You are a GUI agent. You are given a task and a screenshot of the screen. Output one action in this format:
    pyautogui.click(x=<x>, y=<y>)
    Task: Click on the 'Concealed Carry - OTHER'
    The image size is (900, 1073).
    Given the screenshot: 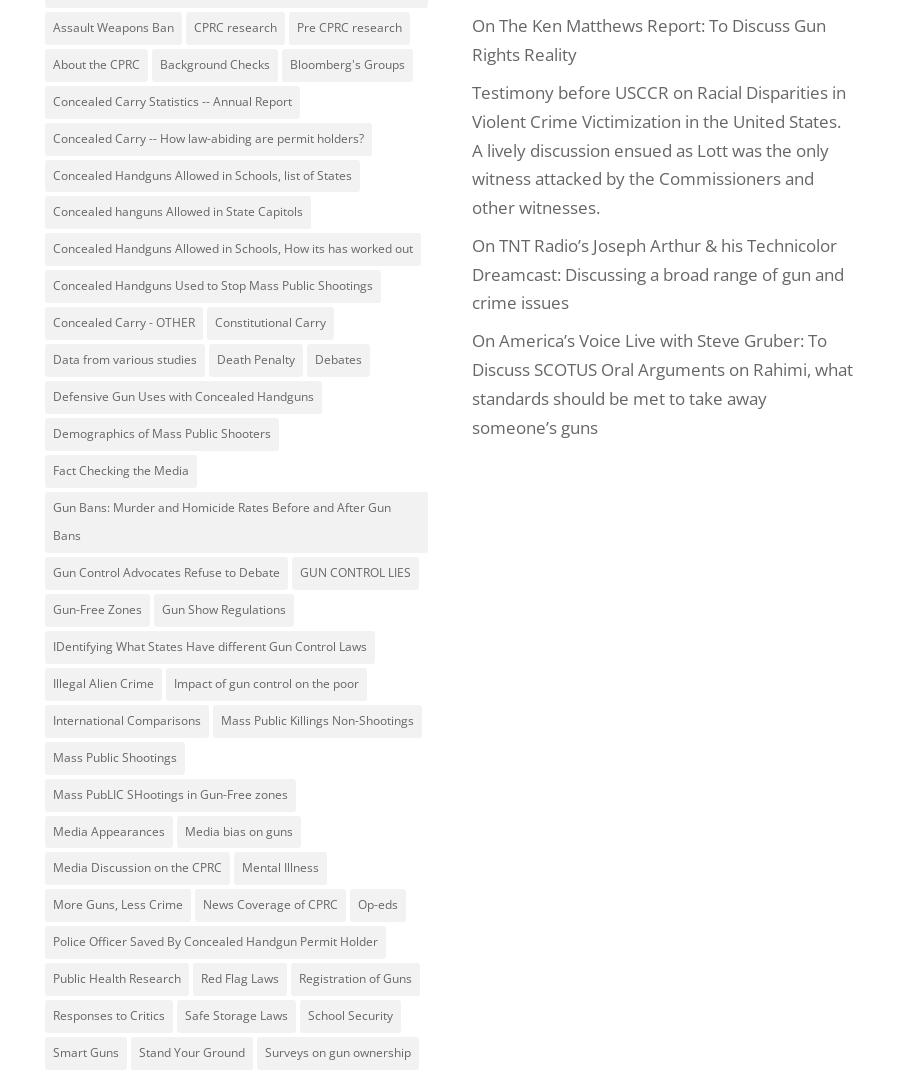 What is the action you would take?
    pyautogui.click(x=124, y=322)
    